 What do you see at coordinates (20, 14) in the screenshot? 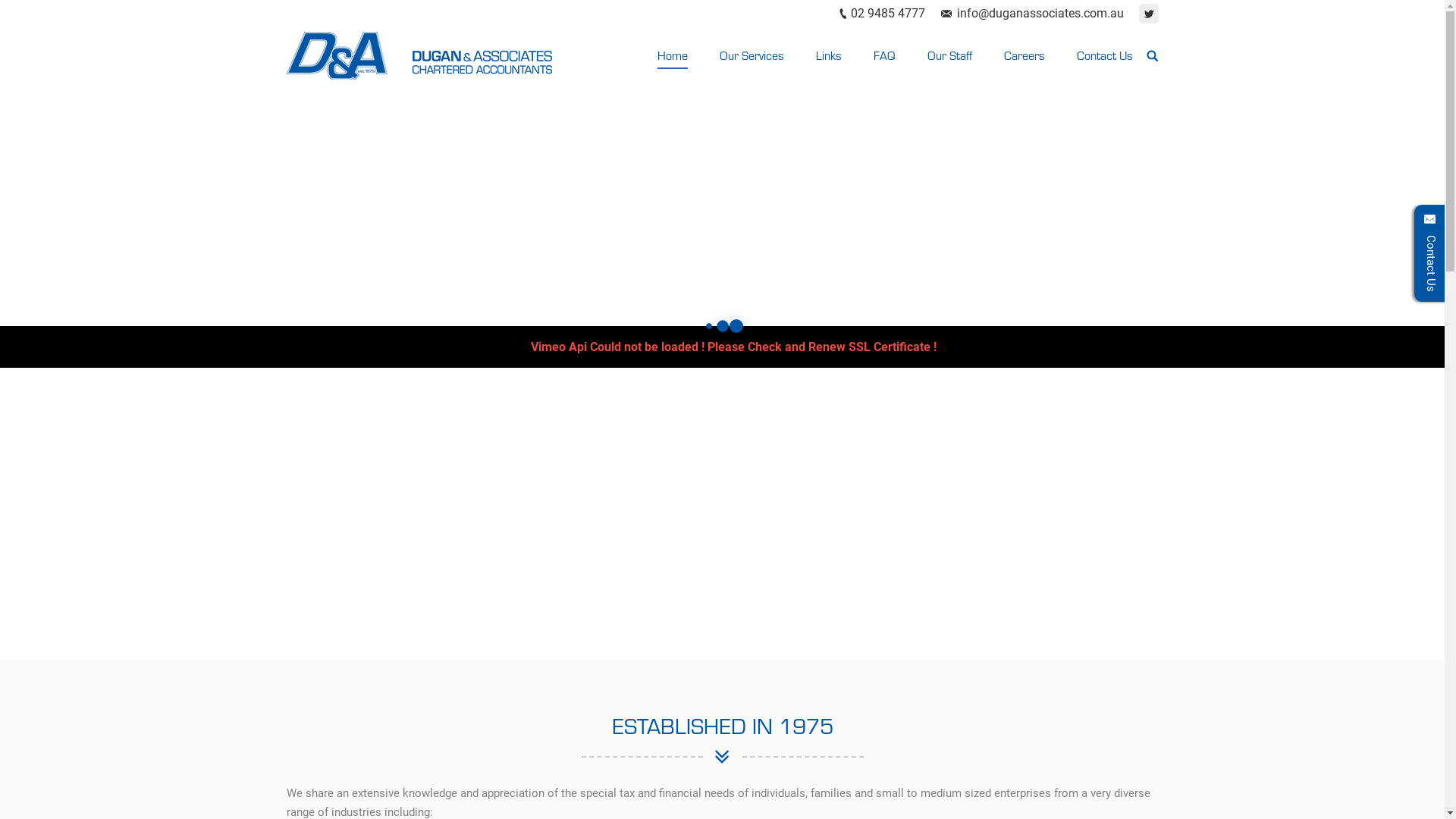
I see `'Go!'` at bounding box center [20, 14].